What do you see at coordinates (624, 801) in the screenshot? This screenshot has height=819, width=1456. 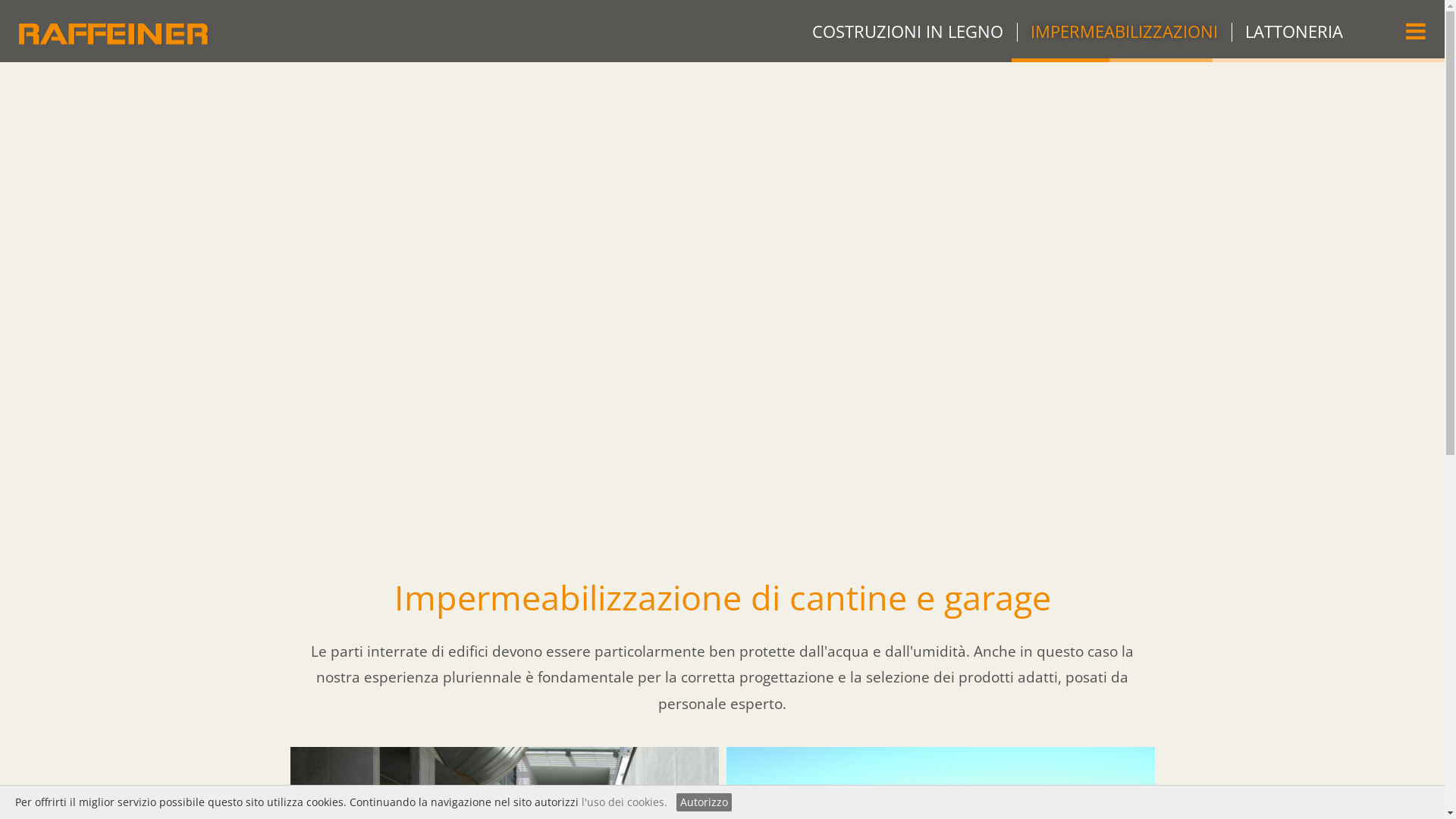 I see `'l'uso dei cookies.'` at bounding box center [624, 801].